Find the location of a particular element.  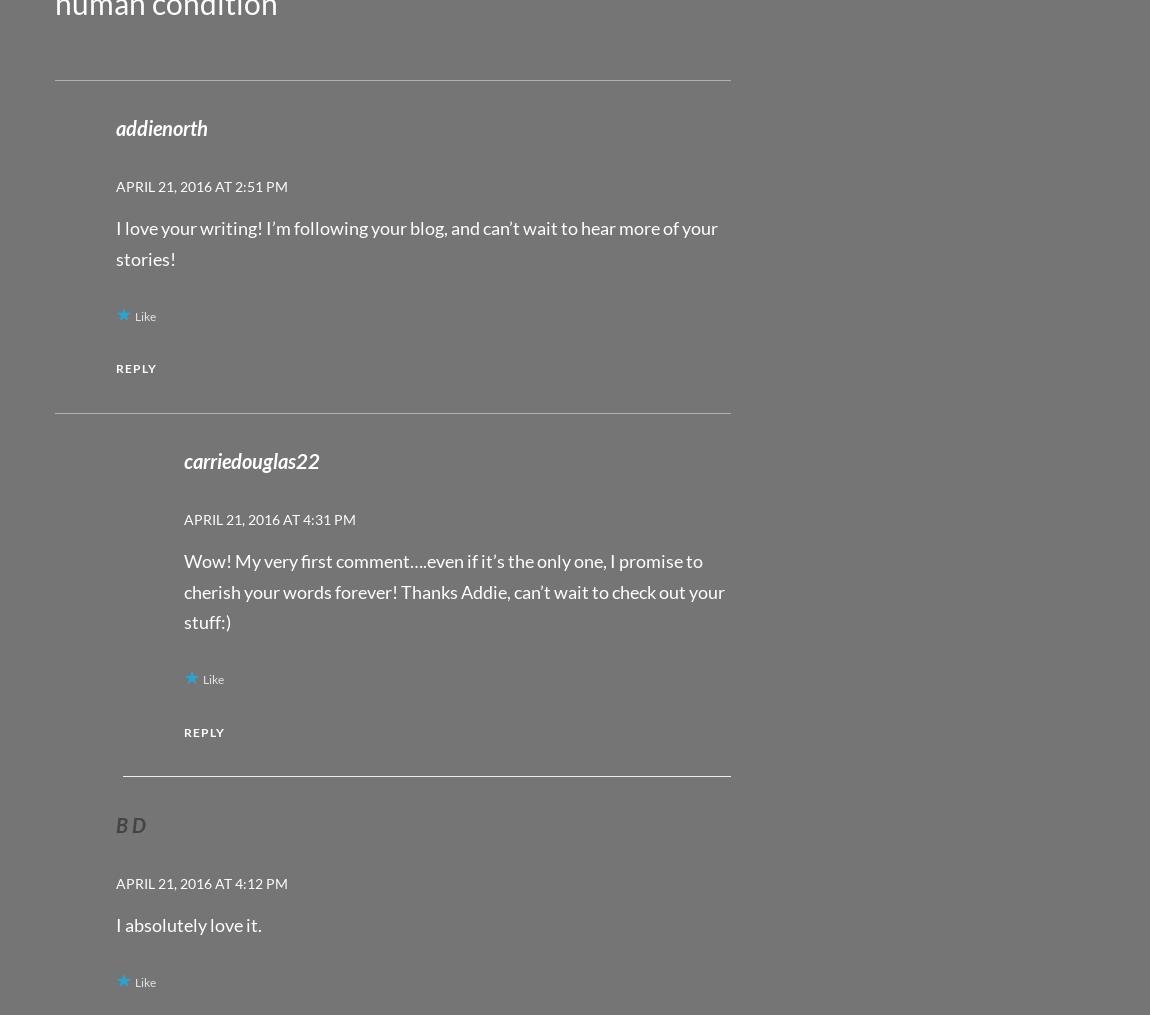

'April 21, 2016 at 2:51 pm' is located at coordinates (201, 185).